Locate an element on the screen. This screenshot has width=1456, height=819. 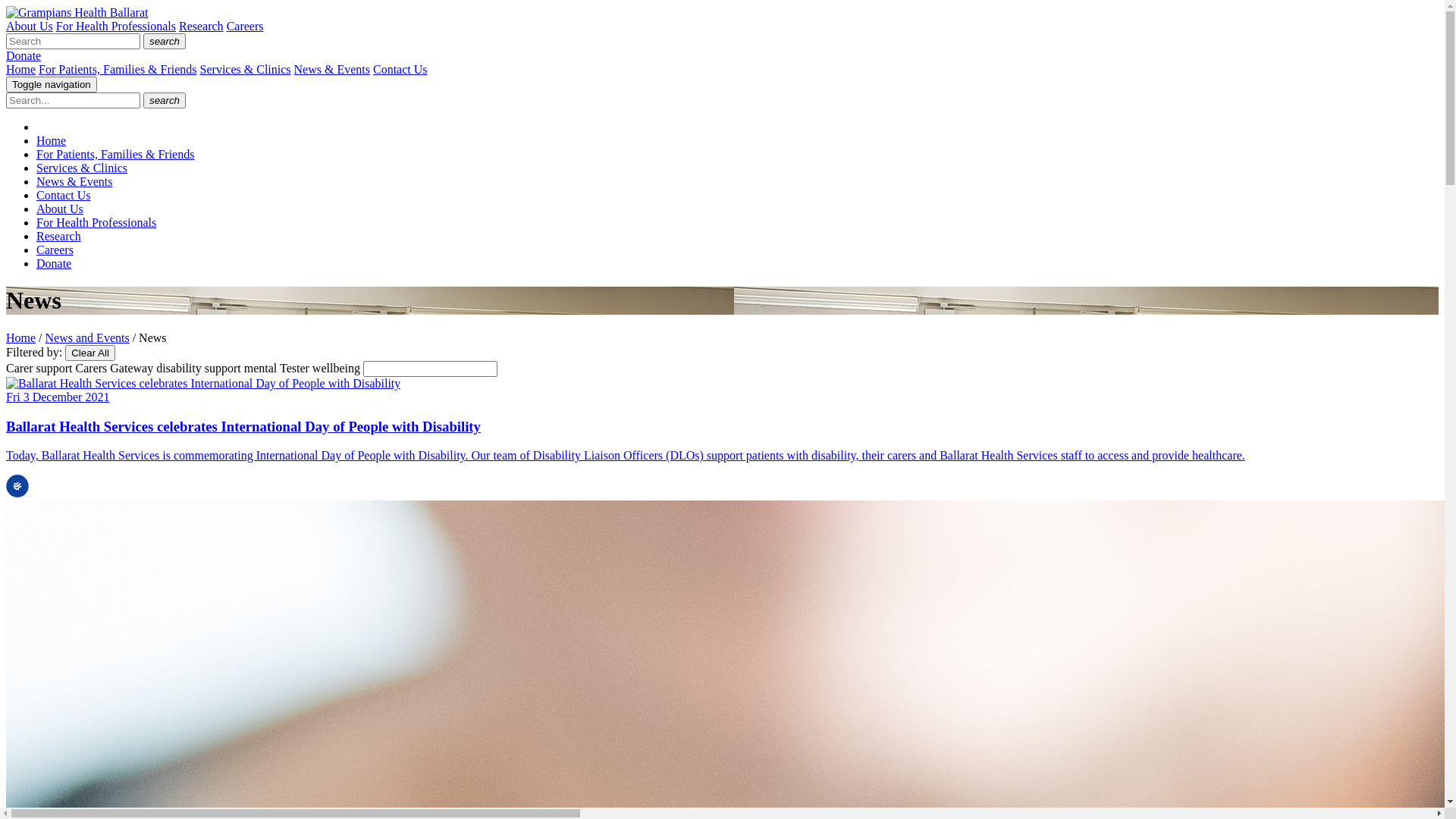
'For Health Professionals' is located at coordinates (55, 26).